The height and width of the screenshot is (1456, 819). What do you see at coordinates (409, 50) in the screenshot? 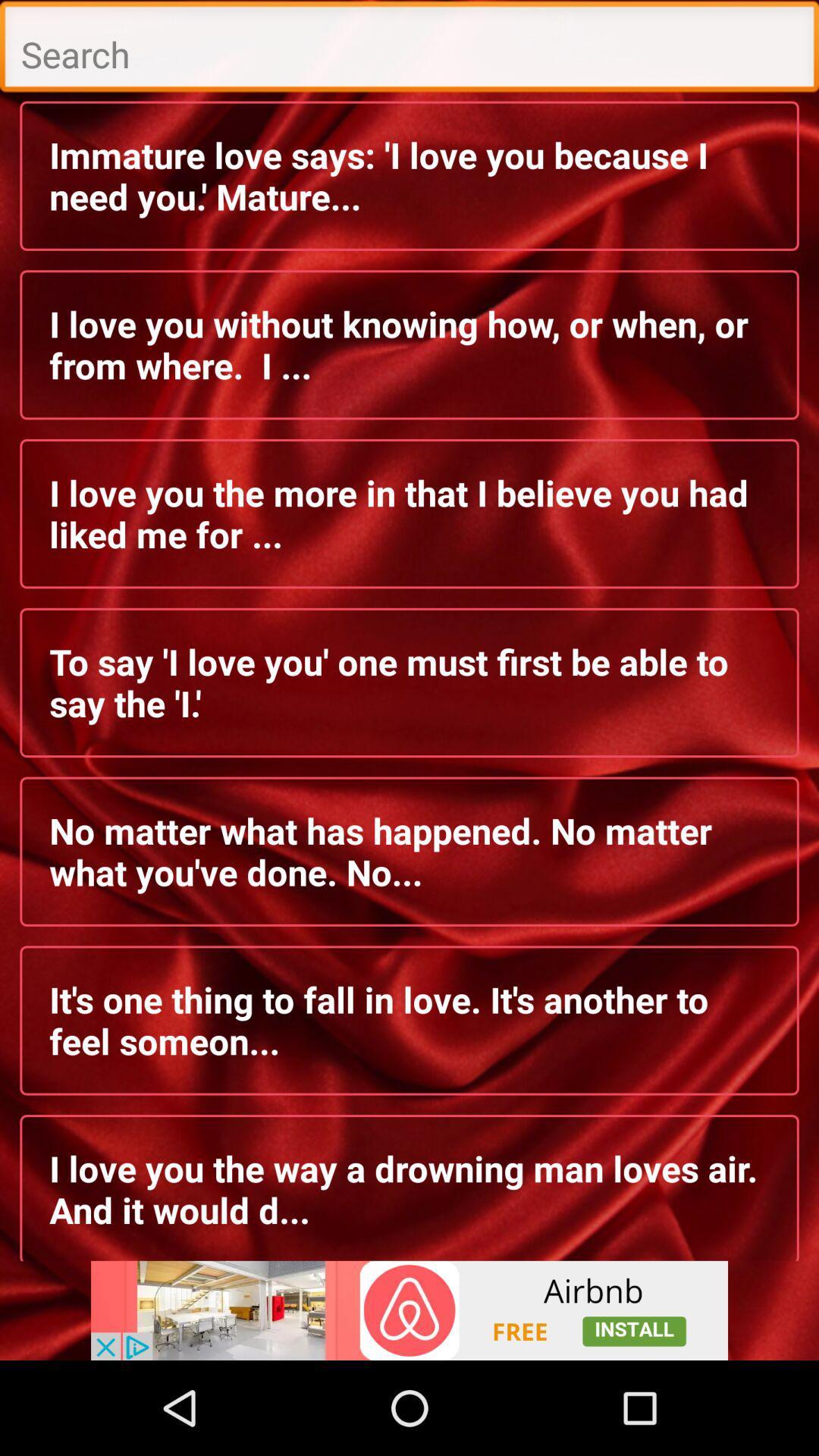
I see `open search` at bounding box center [409, 50].